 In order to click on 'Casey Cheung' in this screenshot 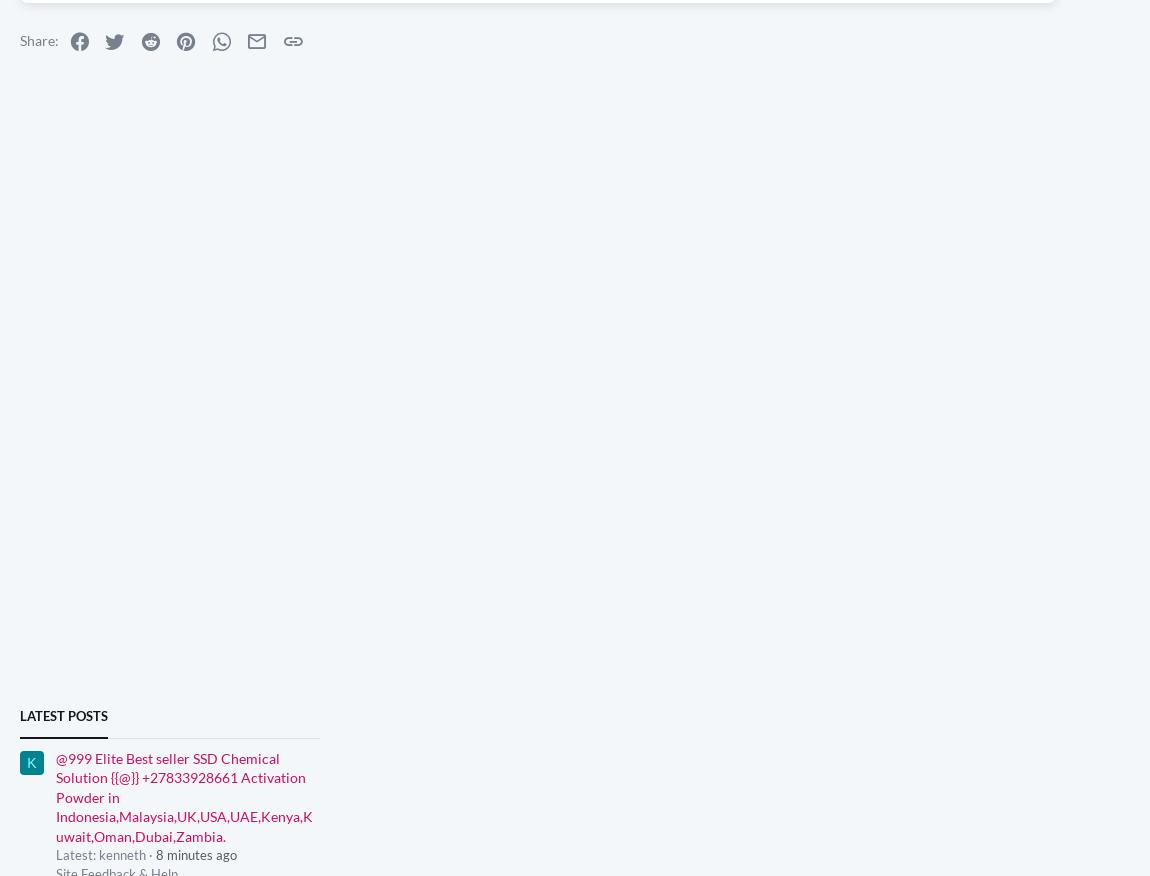, I will do `click(177, 18)`.